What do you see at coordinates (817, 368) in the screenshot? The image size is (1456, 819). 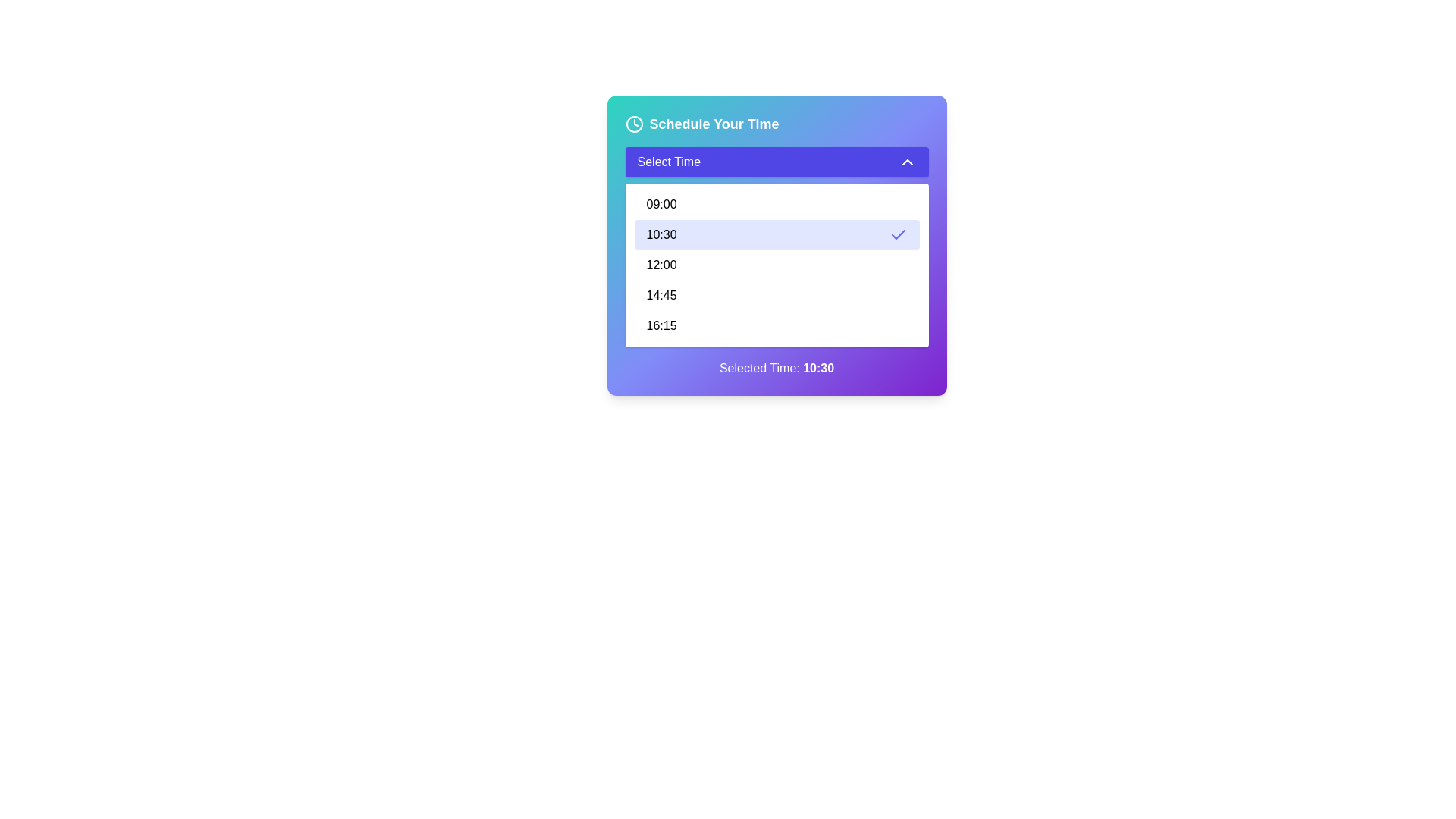 I see `the bold text displaying the time '10:30' in white font, which is located at the bottom center of a widget card, following the text 'Selected Time:' within a purple background section` at bounding box center [817, 368].